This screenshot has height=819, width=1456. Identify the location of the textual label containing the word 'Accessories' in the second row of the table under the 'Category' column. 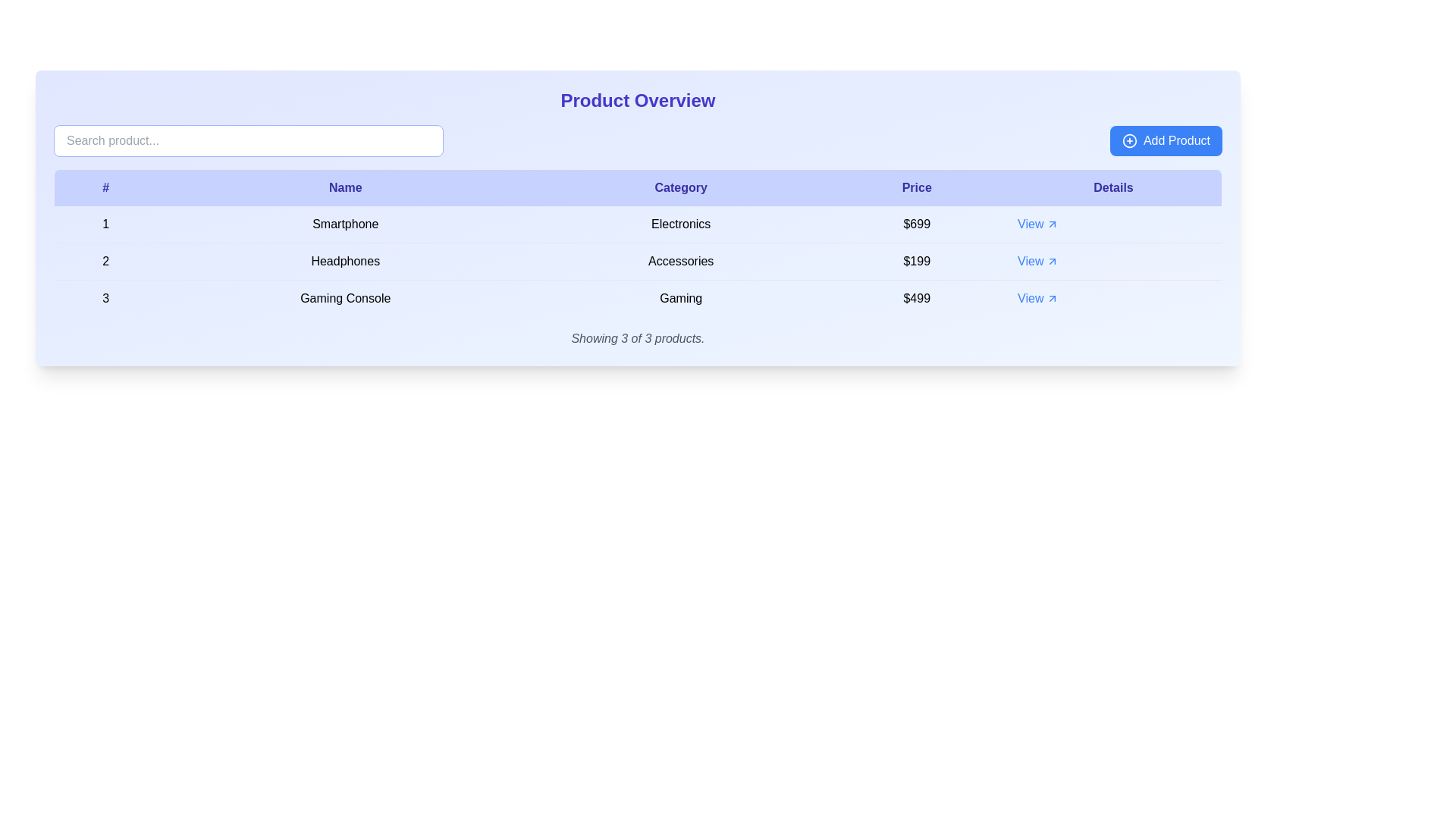
(680, 260).